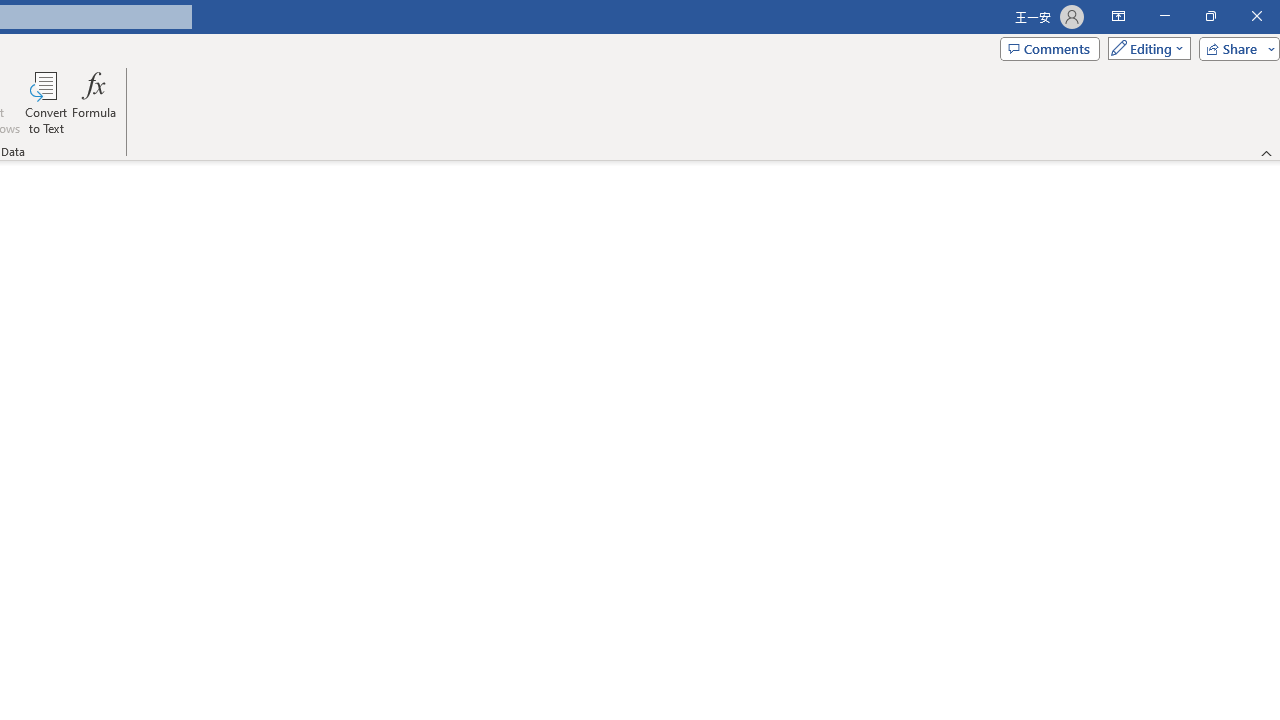 This screenshot has height=720, width=1280. I want to click on 'Editing', so click(1144, 47).